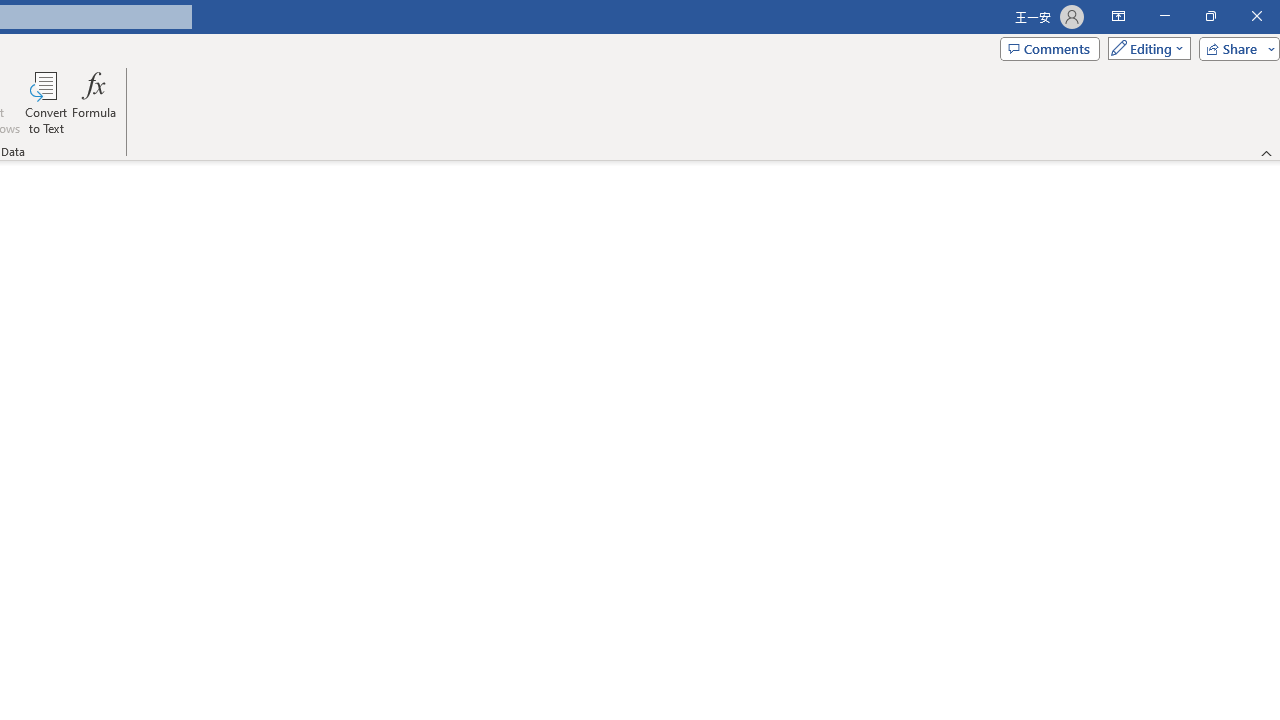 This screenshot has height=720, width=1280. I want to click on 'Editing', so click(1144, 47).